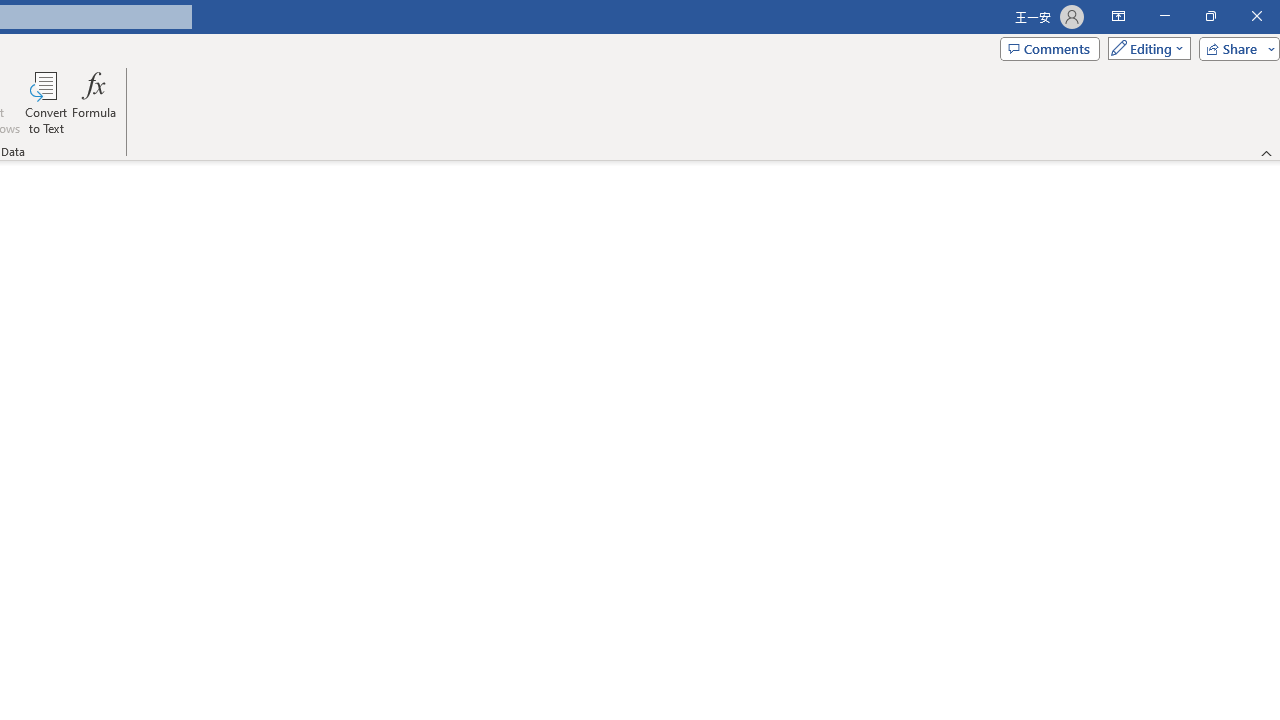 This screenshot has height=720, width=1280. I want to click on 'Editing', so click(1144, 47).